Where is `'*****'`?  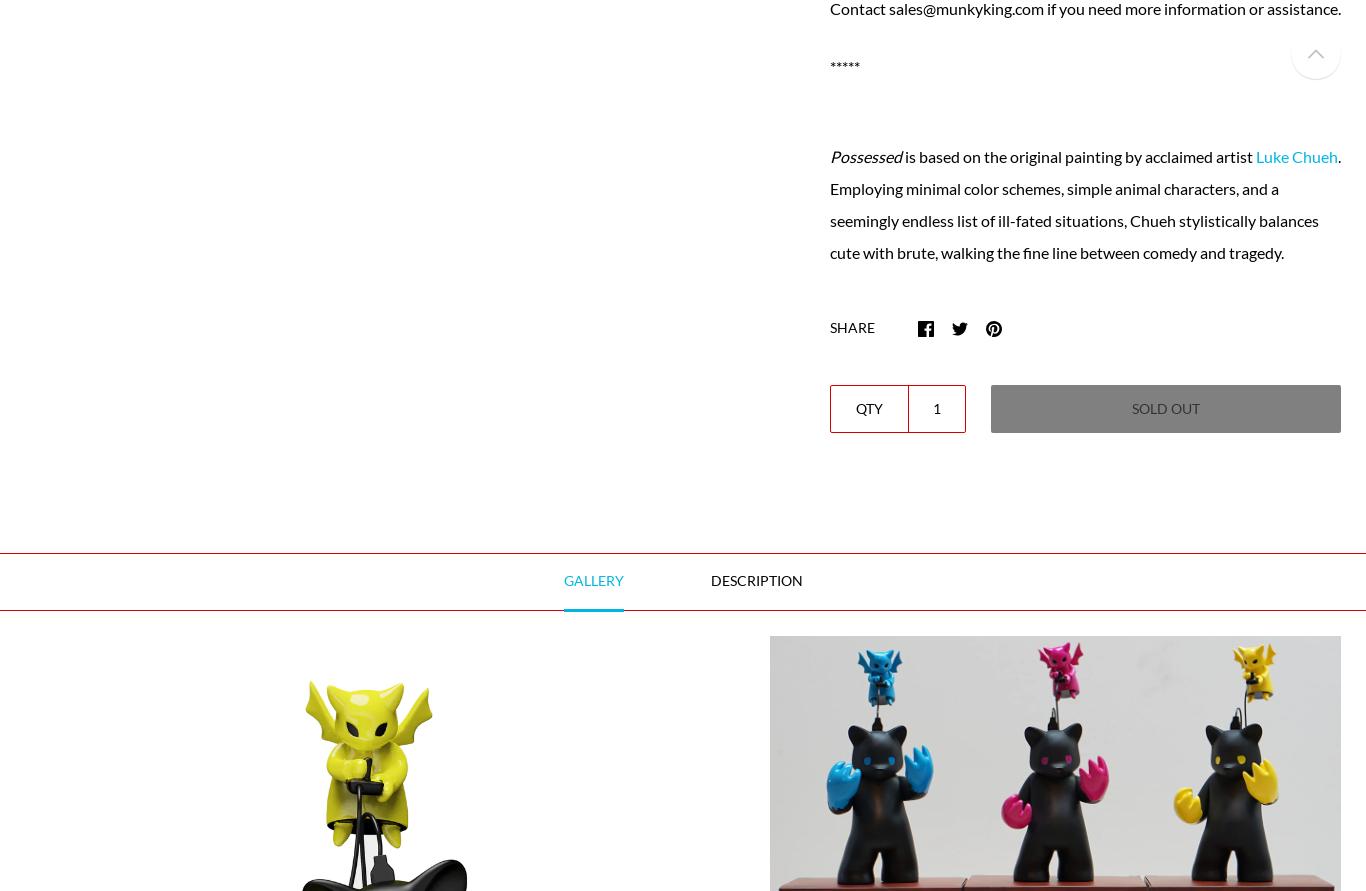 '*****' is located at coordinates (828, 65).